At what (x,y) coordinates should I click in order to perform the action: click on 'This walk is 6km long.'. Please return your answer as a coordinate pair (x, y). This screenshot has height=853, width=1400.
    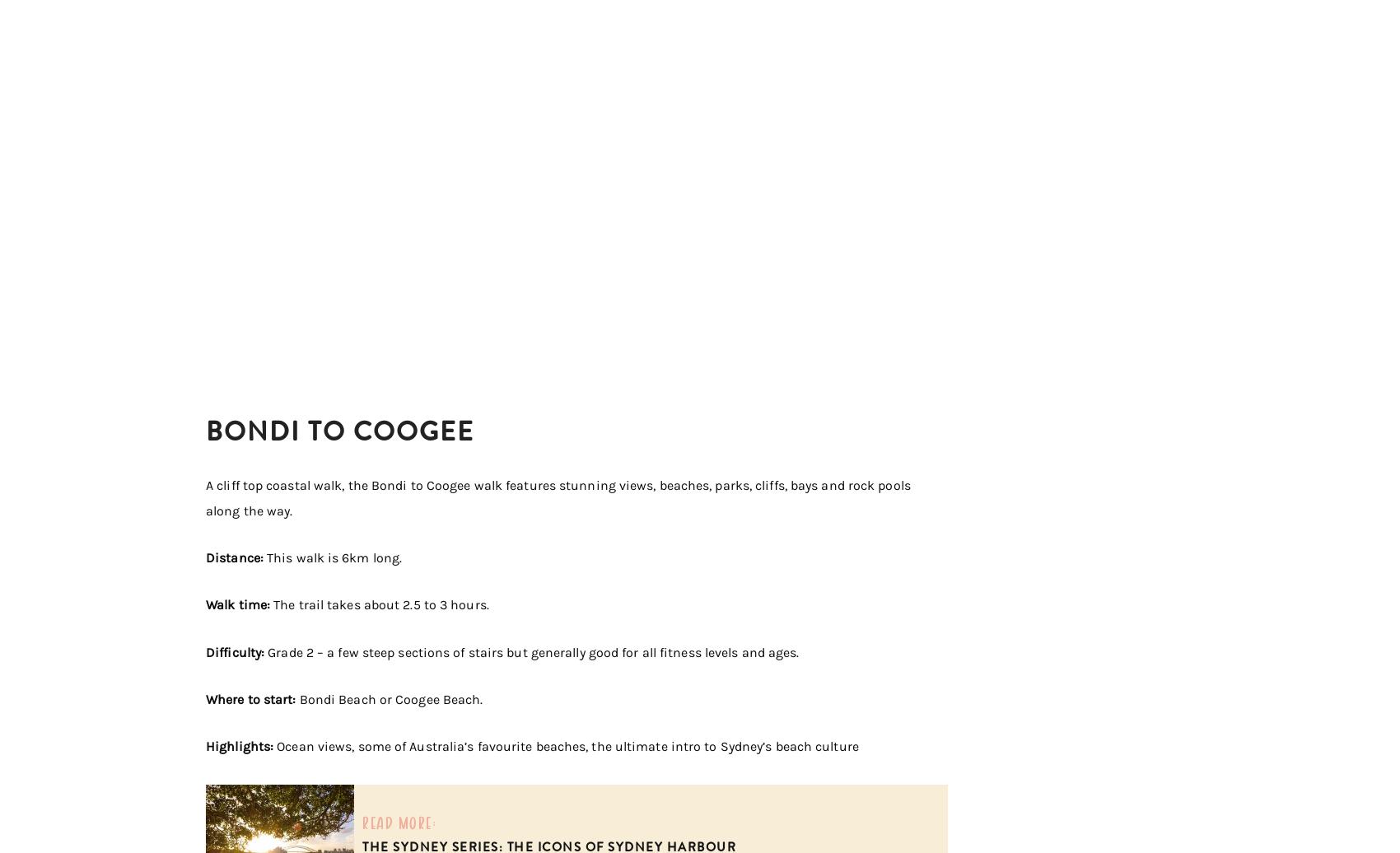
    Looking at the image, I should click on (266, 557).